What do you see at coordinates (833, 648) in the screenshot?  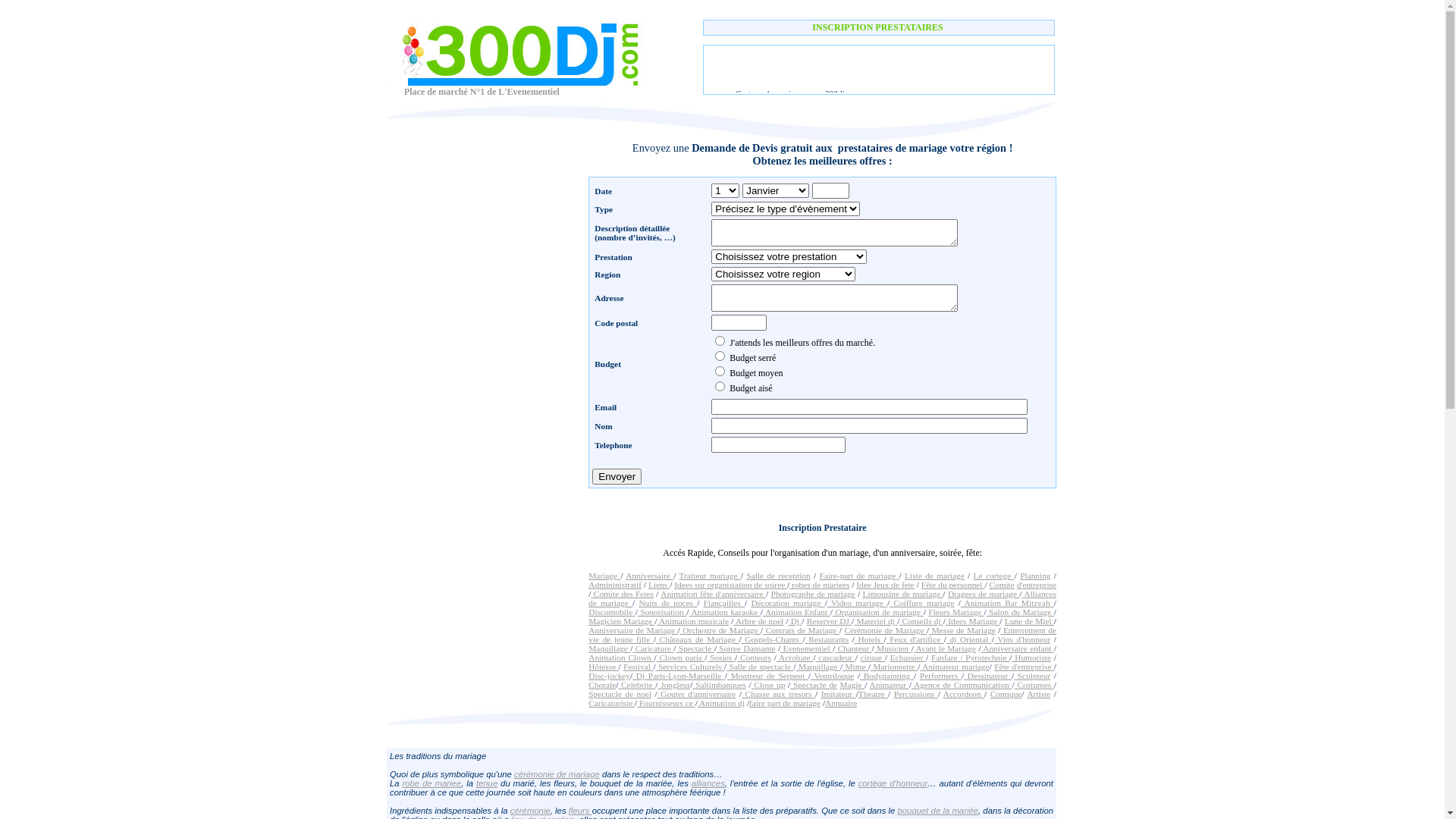 I see `'Chanteur'` at bounding box center [833, 648].